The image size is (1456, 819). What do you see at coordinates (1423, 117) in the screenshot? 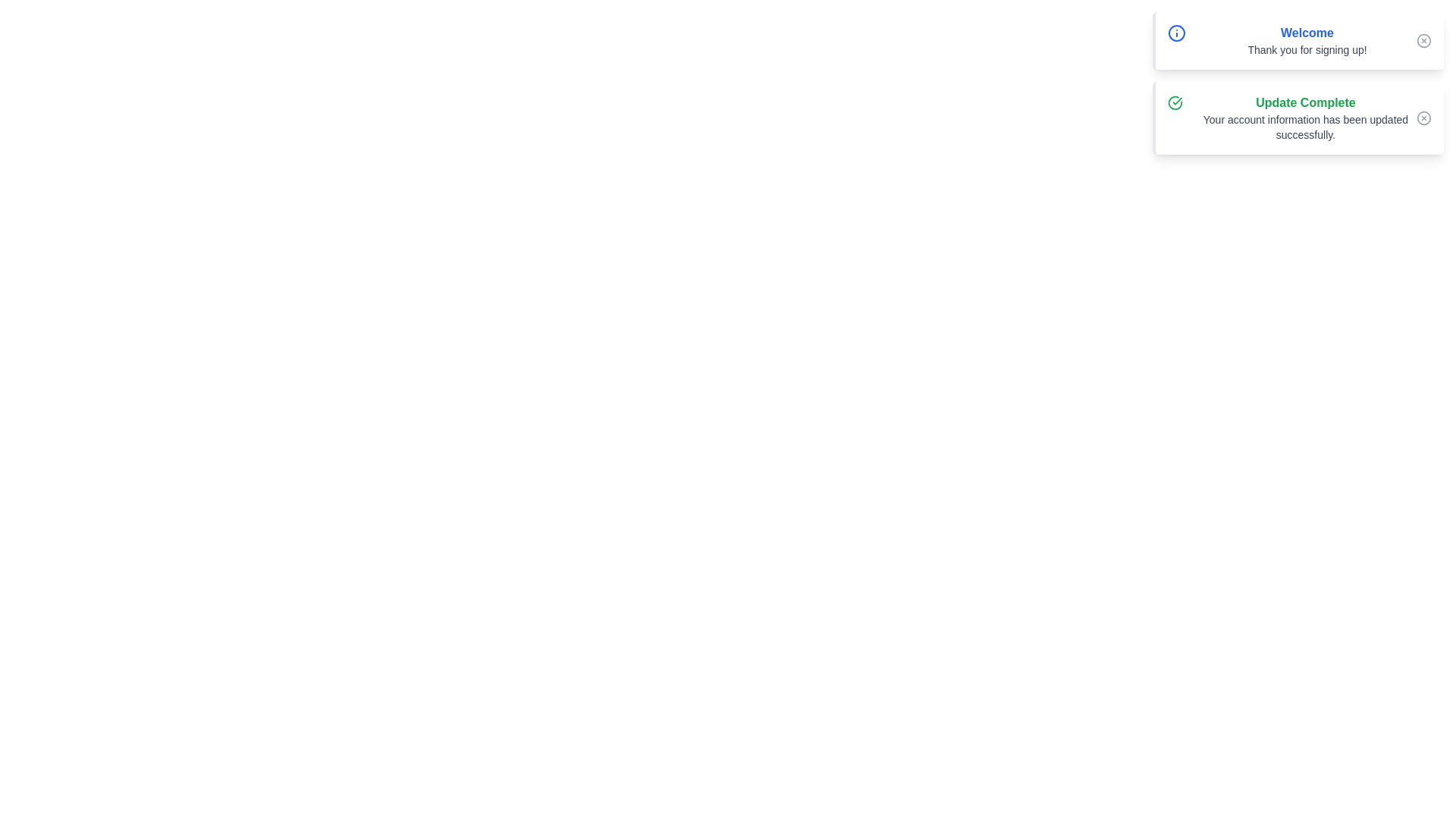
I see `the close button located in the top-right corner of the 'Update Complete' notification card` at bounding box center [1423, 117].